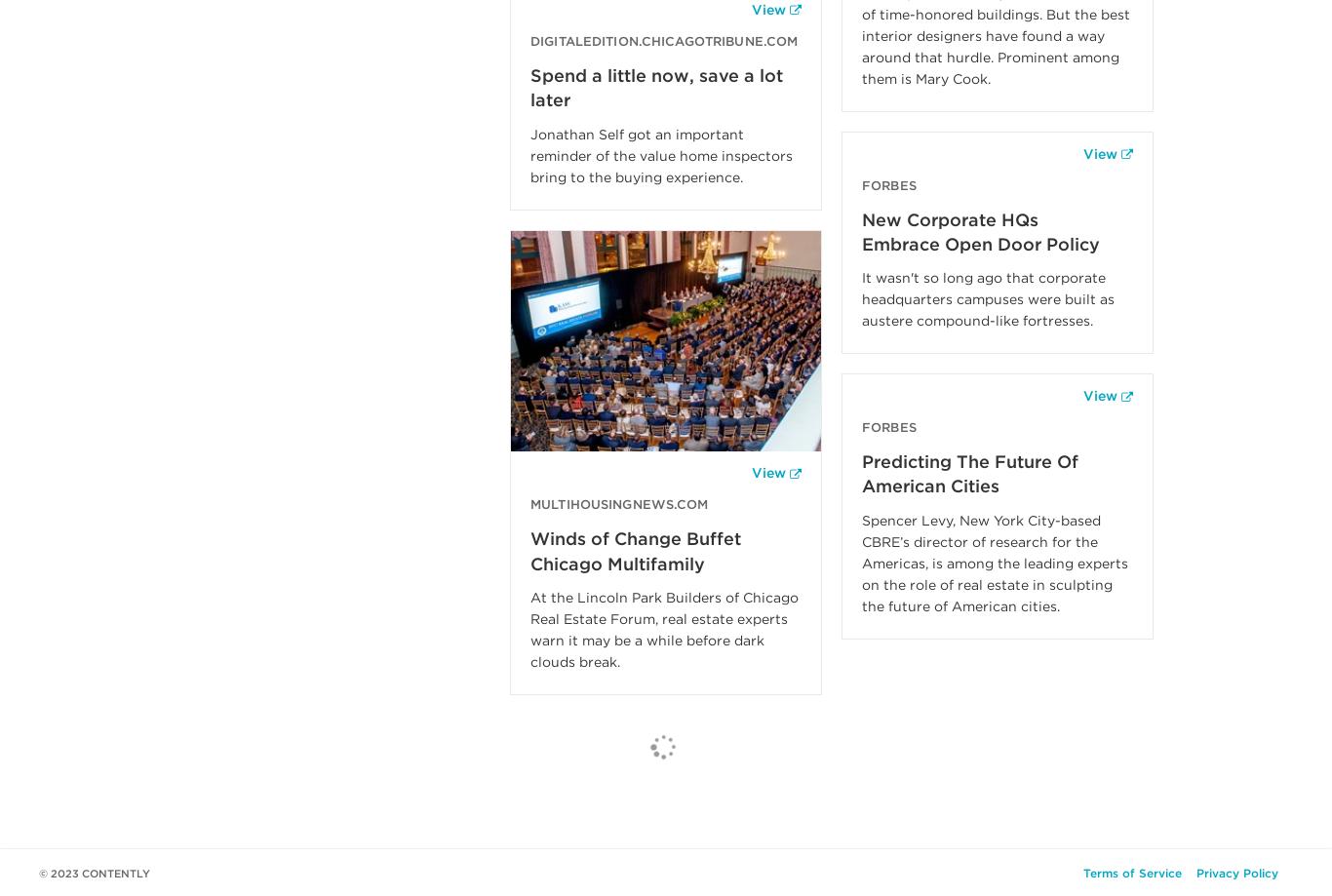 The height and width of the screenshot is (896, 1332). I want to click on 'It wasn't so long ago that corporate headquarters campuses were built as austere compound-like fortresses.', so click(988, 298).